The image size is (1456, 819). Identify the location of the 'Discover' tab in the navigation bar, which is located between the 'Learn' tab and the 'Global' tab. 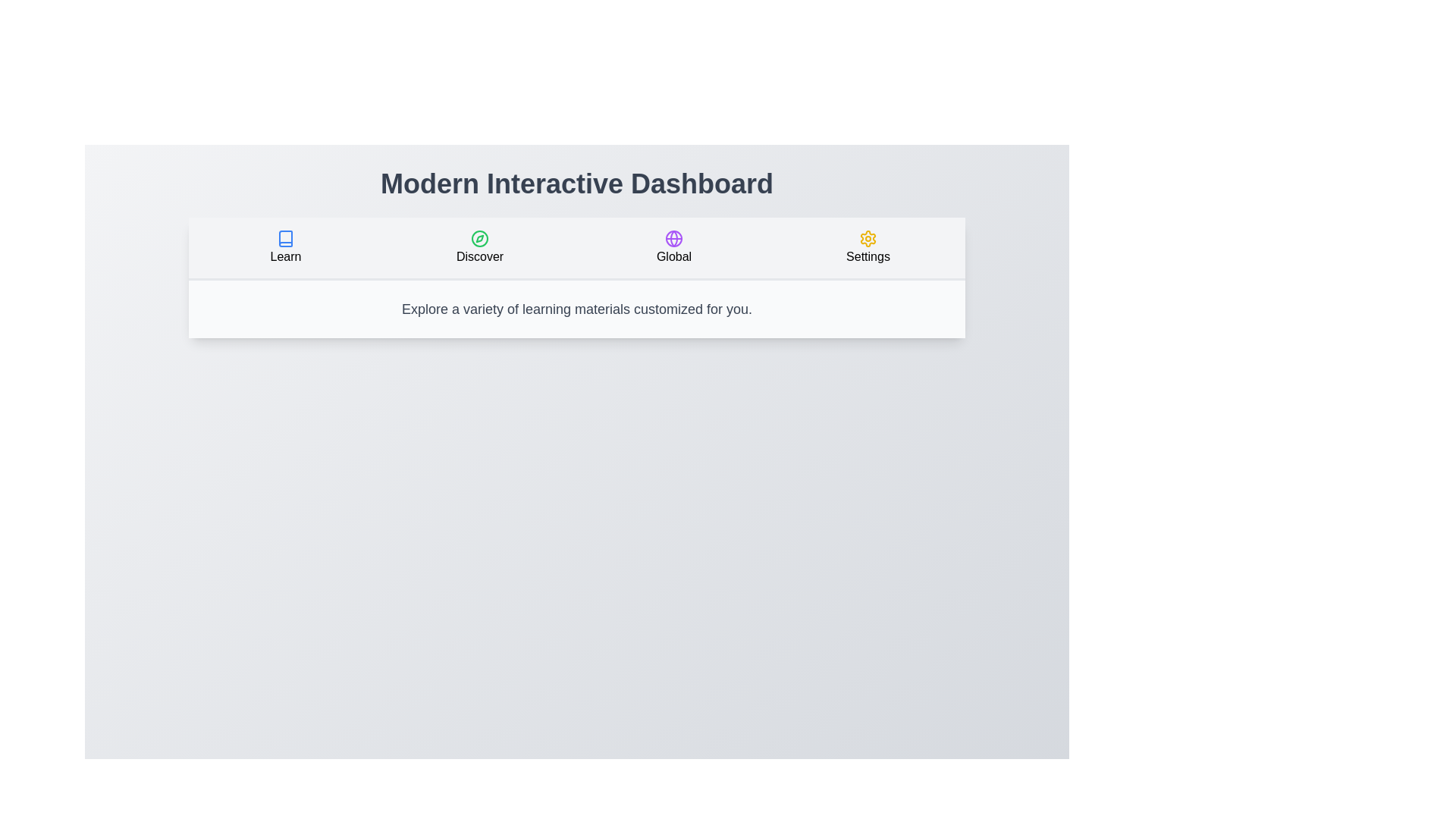
(479, 247).